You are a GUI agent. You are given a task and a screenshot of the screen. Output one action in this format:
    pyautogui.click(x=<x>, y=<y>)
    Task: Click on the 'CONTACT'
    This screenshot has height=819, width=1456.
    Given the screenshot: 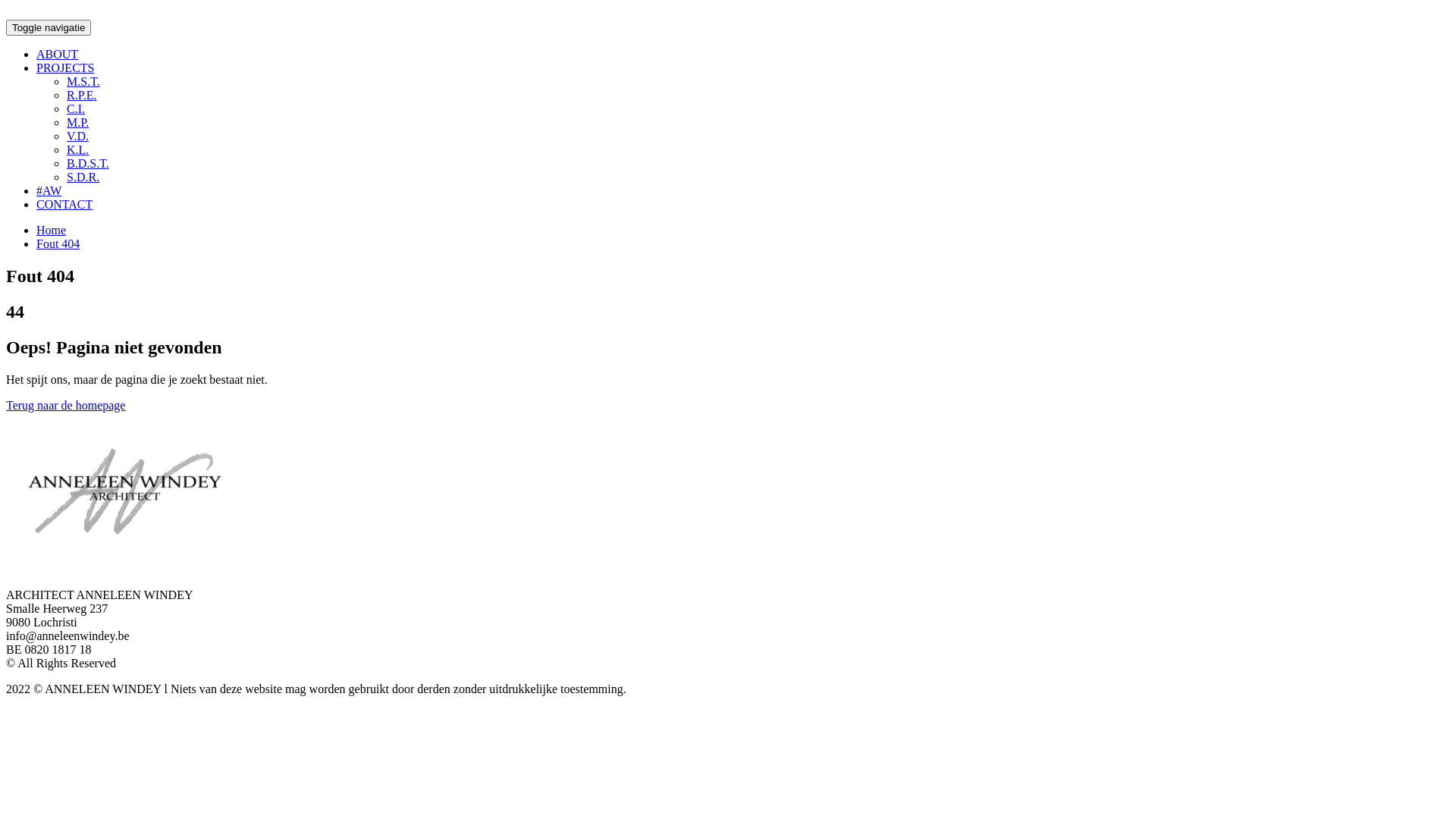 What is the action you would take?
    pyautogui.click(x=64, y=203)
    